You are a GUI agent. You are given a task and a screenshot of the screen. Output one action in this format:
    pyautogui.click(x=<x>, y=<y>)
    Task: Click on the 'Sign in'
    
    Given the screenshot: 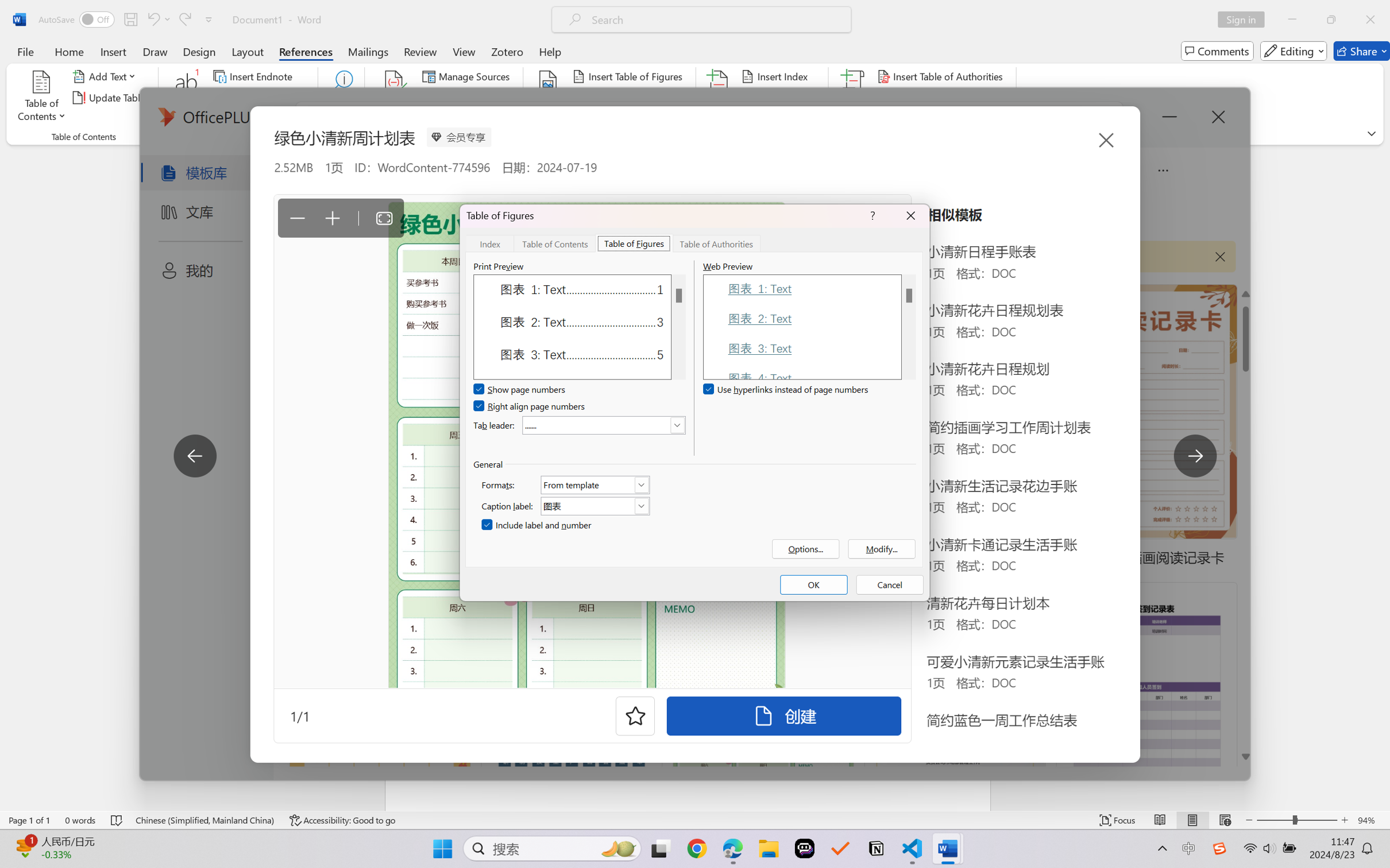 What is the action you would take?
    pyautogui.click(x=1245, y=19)
    